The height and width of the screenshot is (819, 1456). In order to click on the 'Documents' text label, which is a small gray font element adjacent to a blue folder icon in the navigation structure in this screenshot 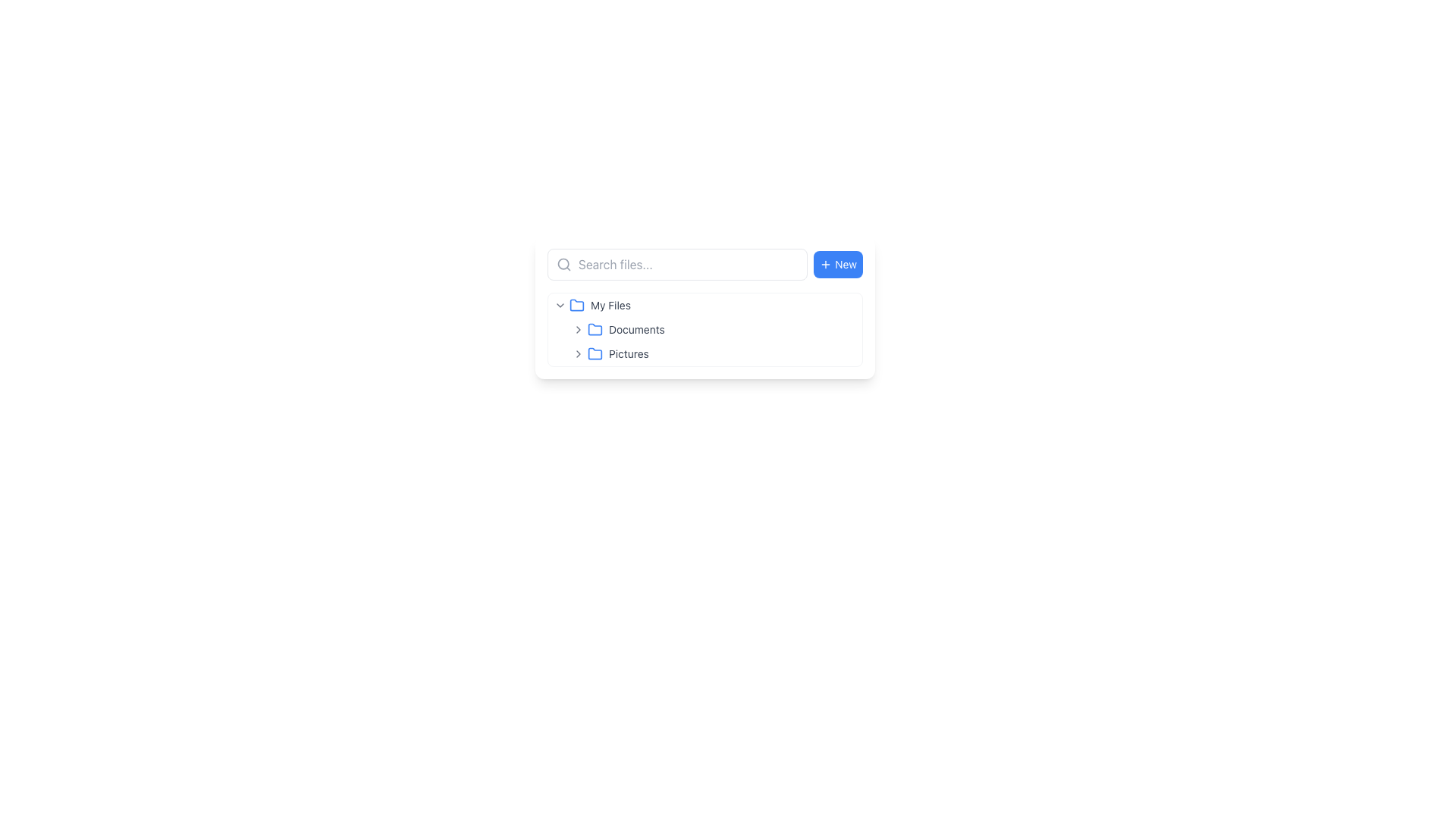, I will do `click(636, 329)`.